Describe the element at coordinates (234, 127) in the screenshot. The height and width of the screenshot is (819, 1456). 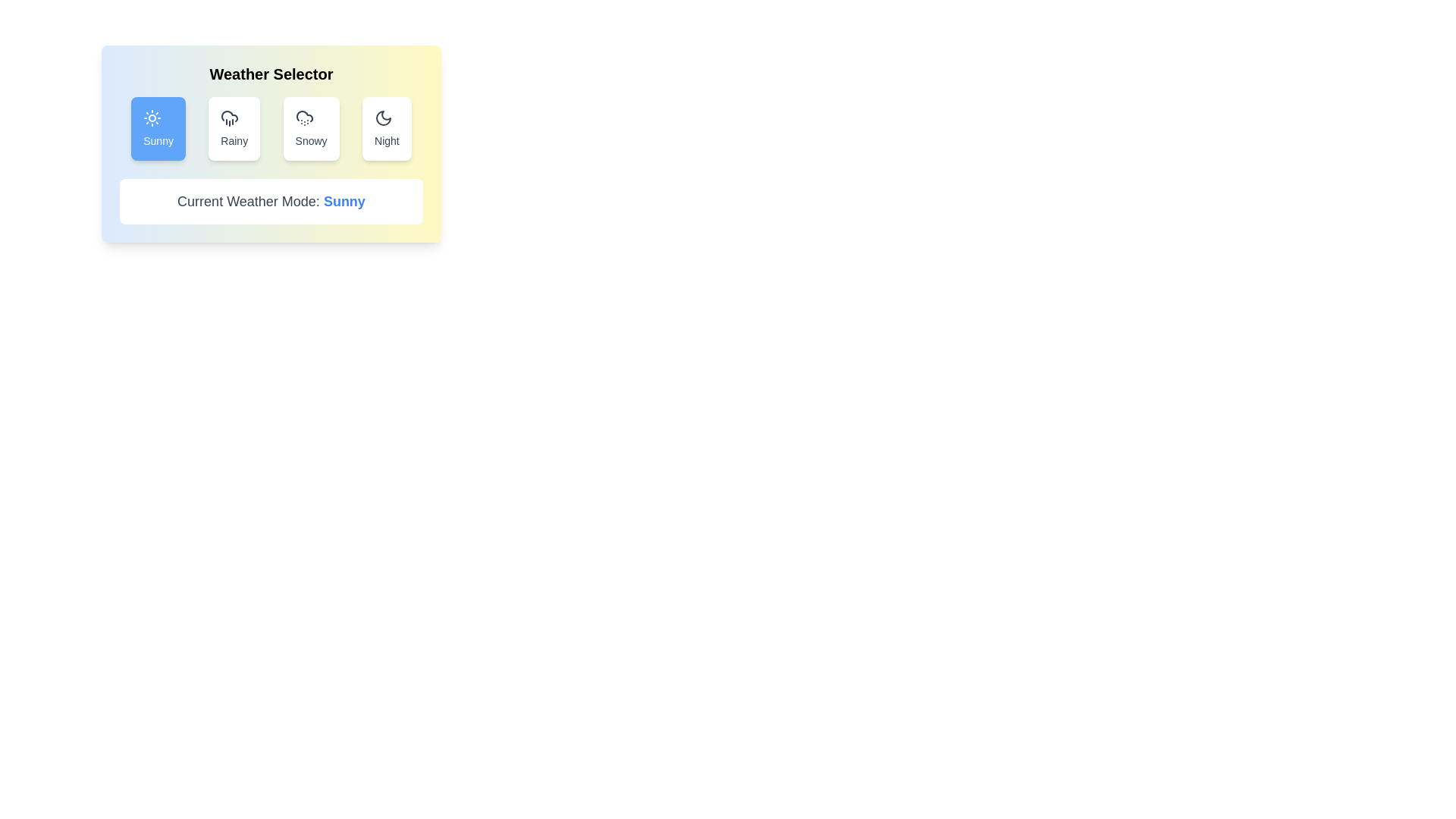
I see `the button corresponding to the weather option Rainy` at that location.